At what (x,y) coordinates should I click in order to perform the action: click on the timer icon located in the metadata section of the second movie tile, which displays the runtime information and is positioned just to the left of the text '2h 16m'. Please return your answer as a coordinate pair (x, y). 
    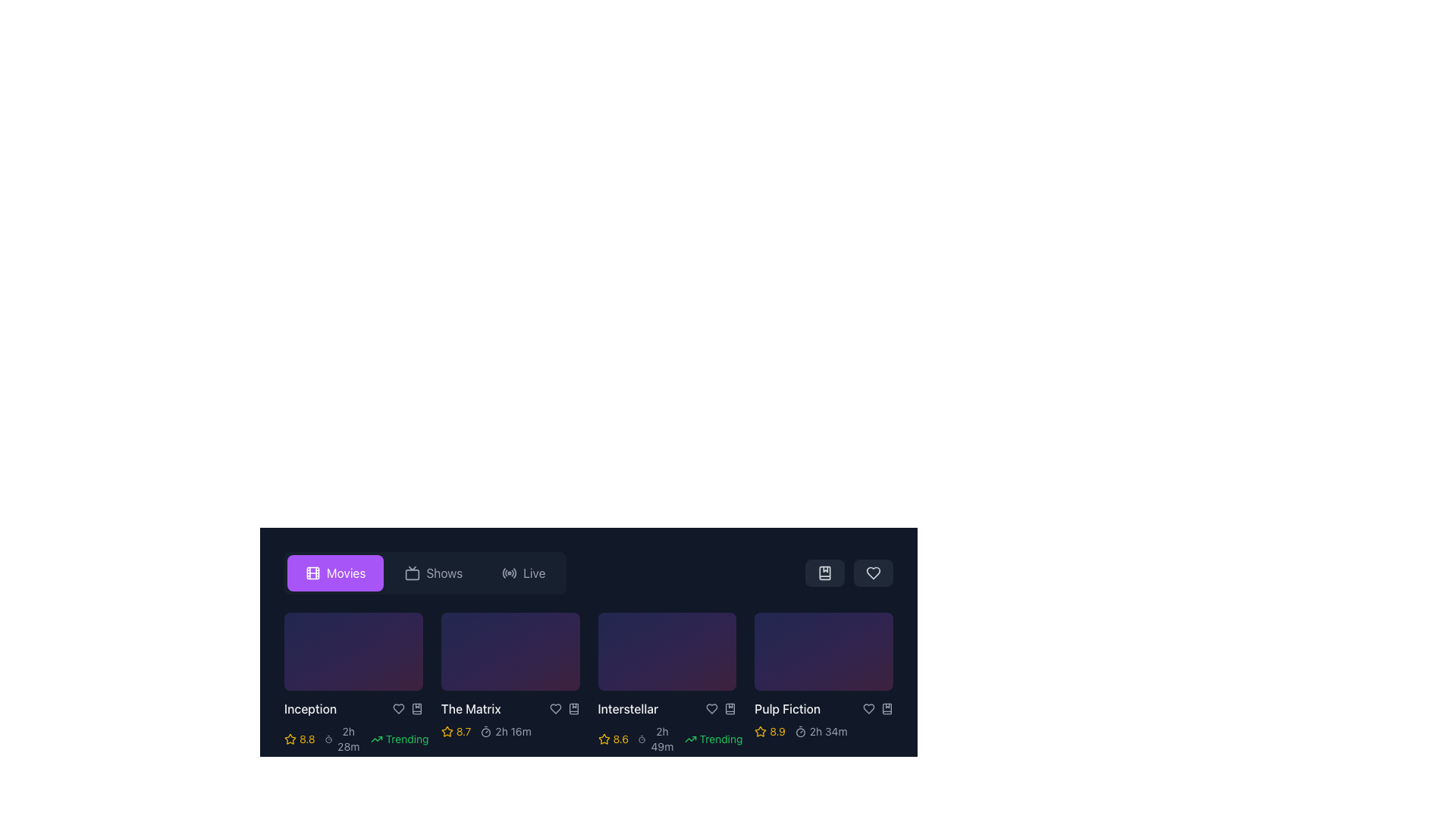
    Looking at the image, I should click on (486, 730).